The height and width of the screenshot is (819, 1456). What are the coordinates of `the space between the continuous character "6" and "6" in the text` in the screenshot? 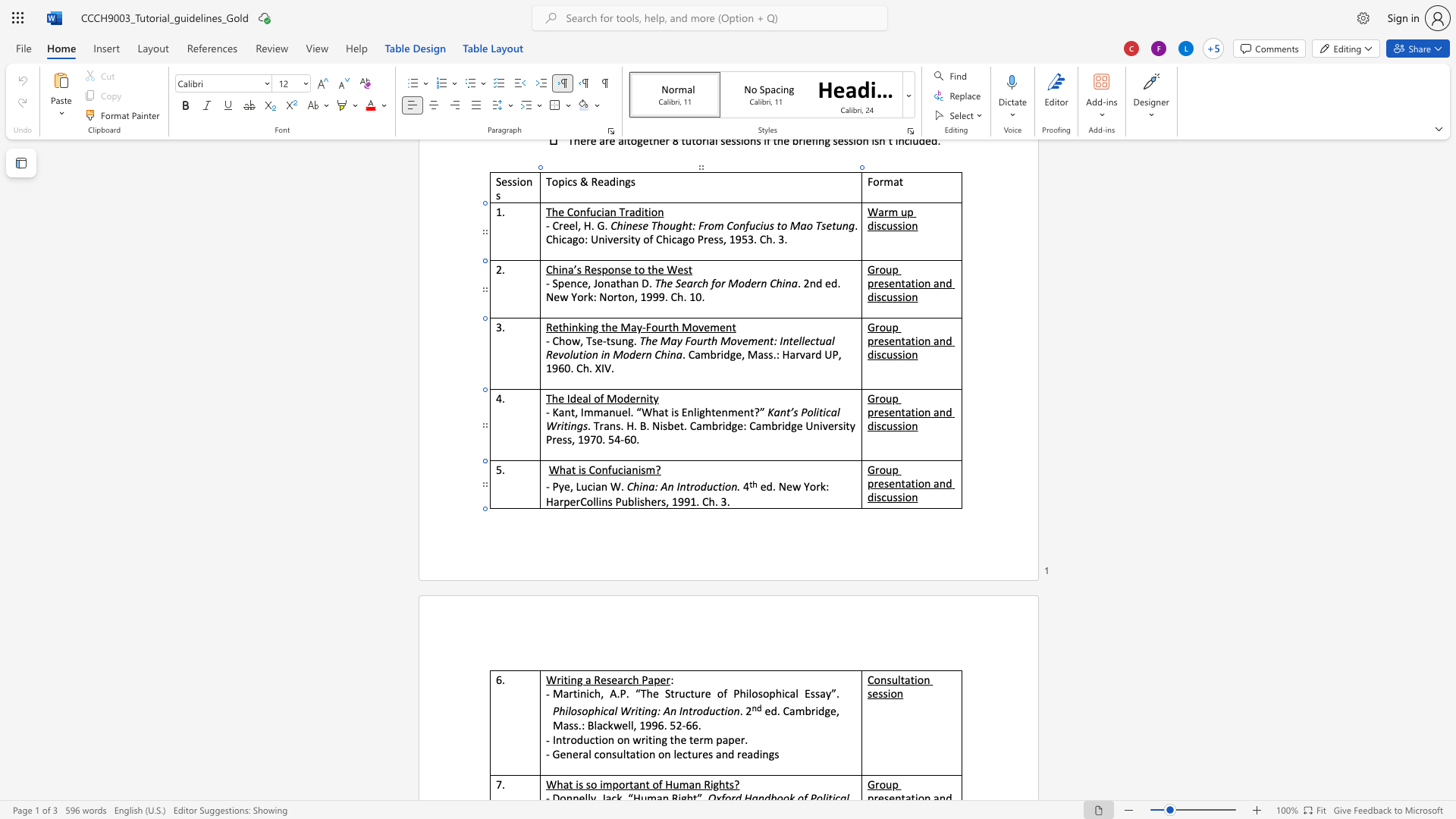 It's located at (691, 724).